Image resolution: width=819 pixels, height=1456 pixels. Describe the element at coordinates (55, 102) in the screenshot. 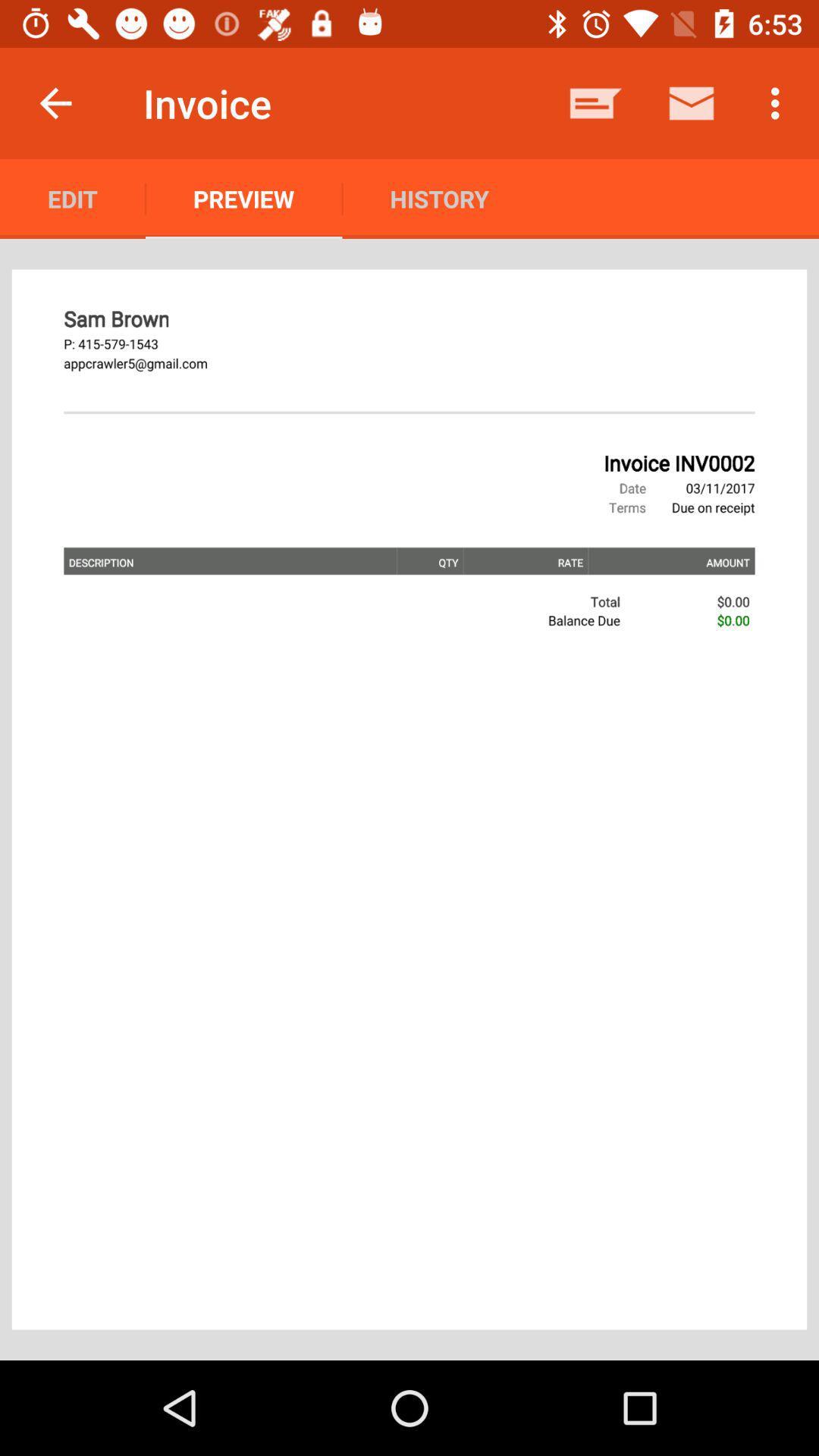

I see `the item next to the invoice` at that location.